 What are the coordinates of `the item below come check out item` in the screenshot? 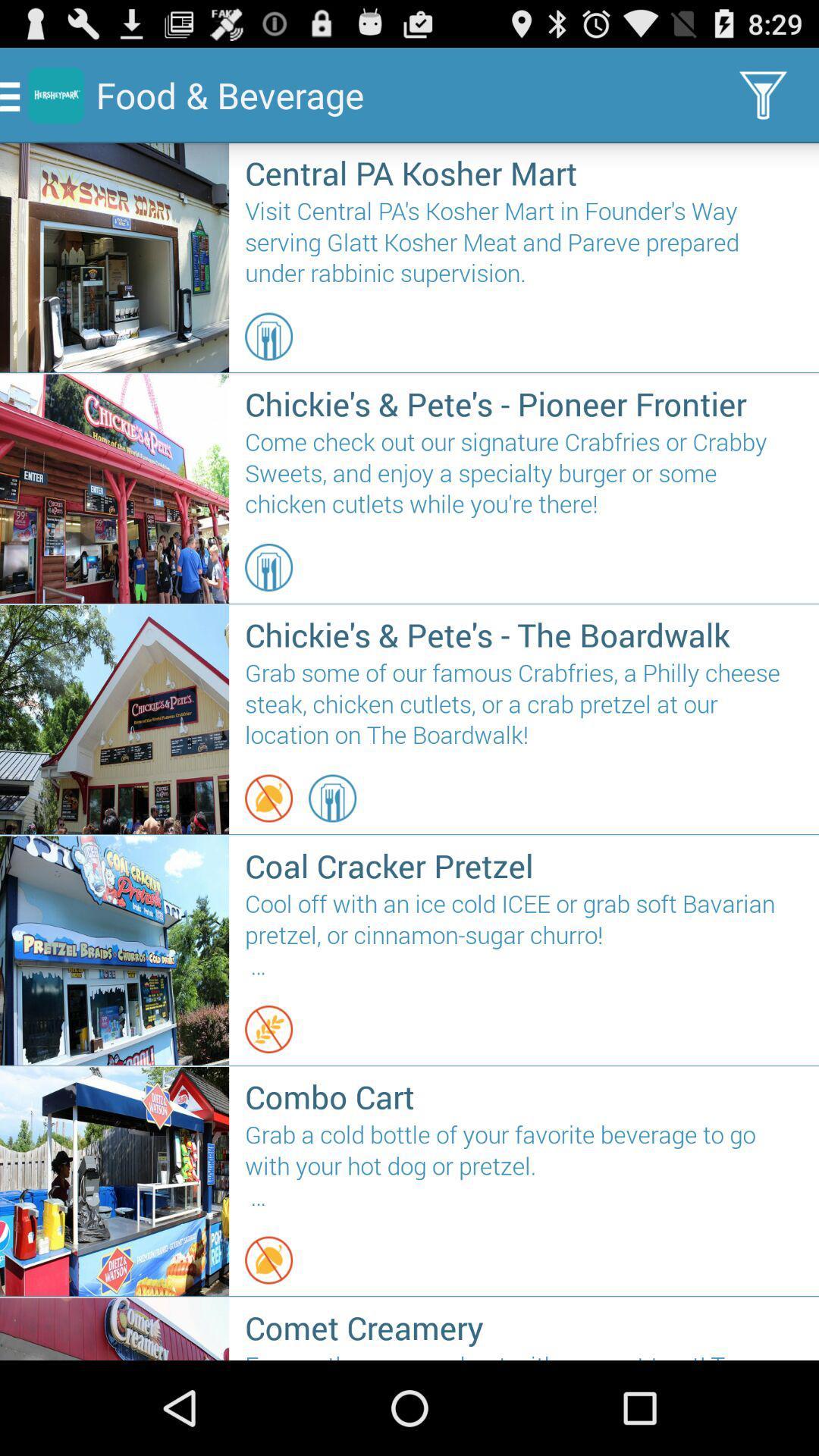 It's located at (268, 566).